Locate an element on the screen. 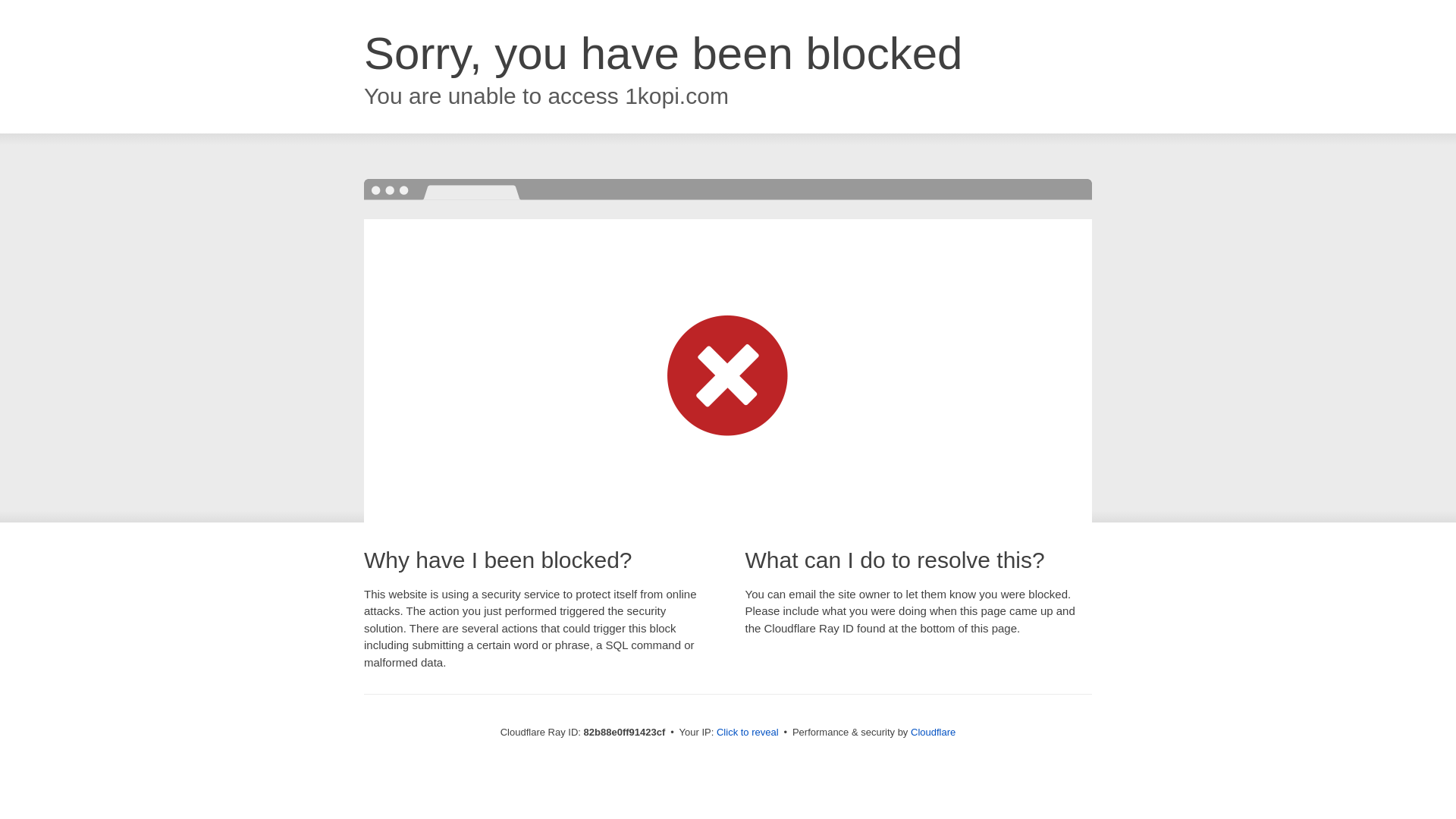 The image size is (1456, 819). 'Click to reveal' is located at coordinates (747, 731).